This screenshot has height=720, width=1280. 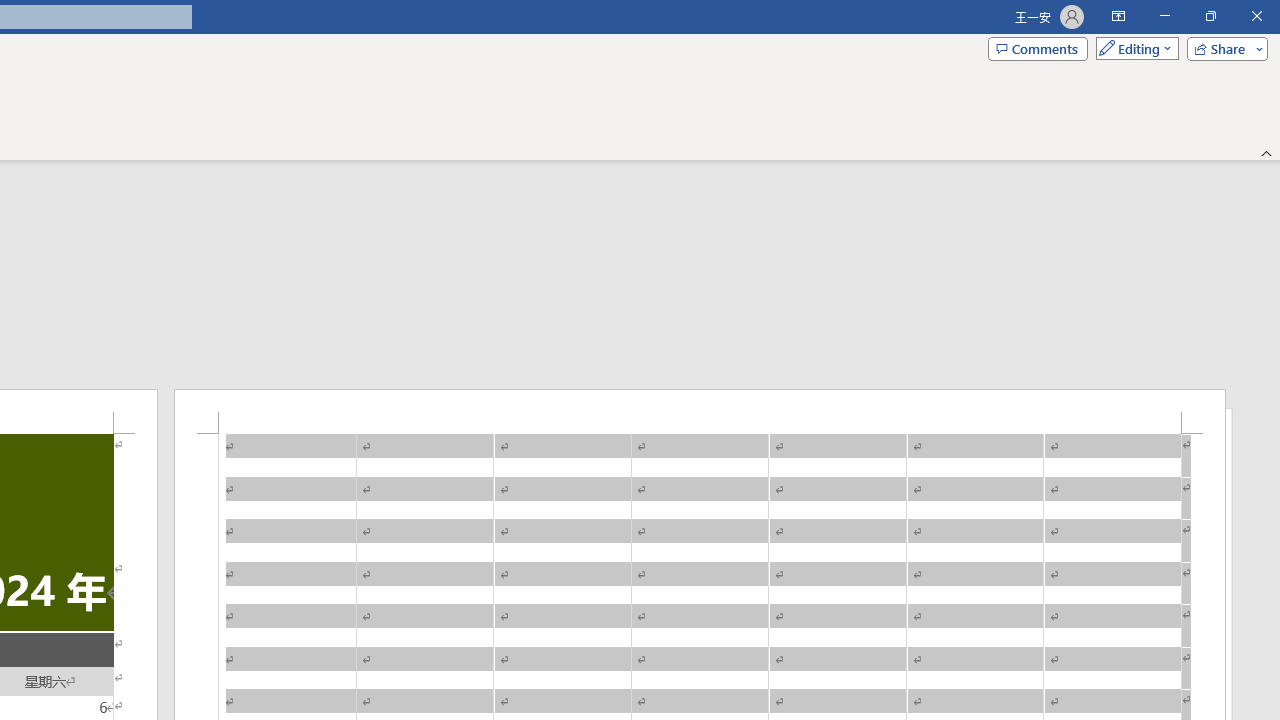 I want to click on 'Comments', so click(x=1038, y=47).